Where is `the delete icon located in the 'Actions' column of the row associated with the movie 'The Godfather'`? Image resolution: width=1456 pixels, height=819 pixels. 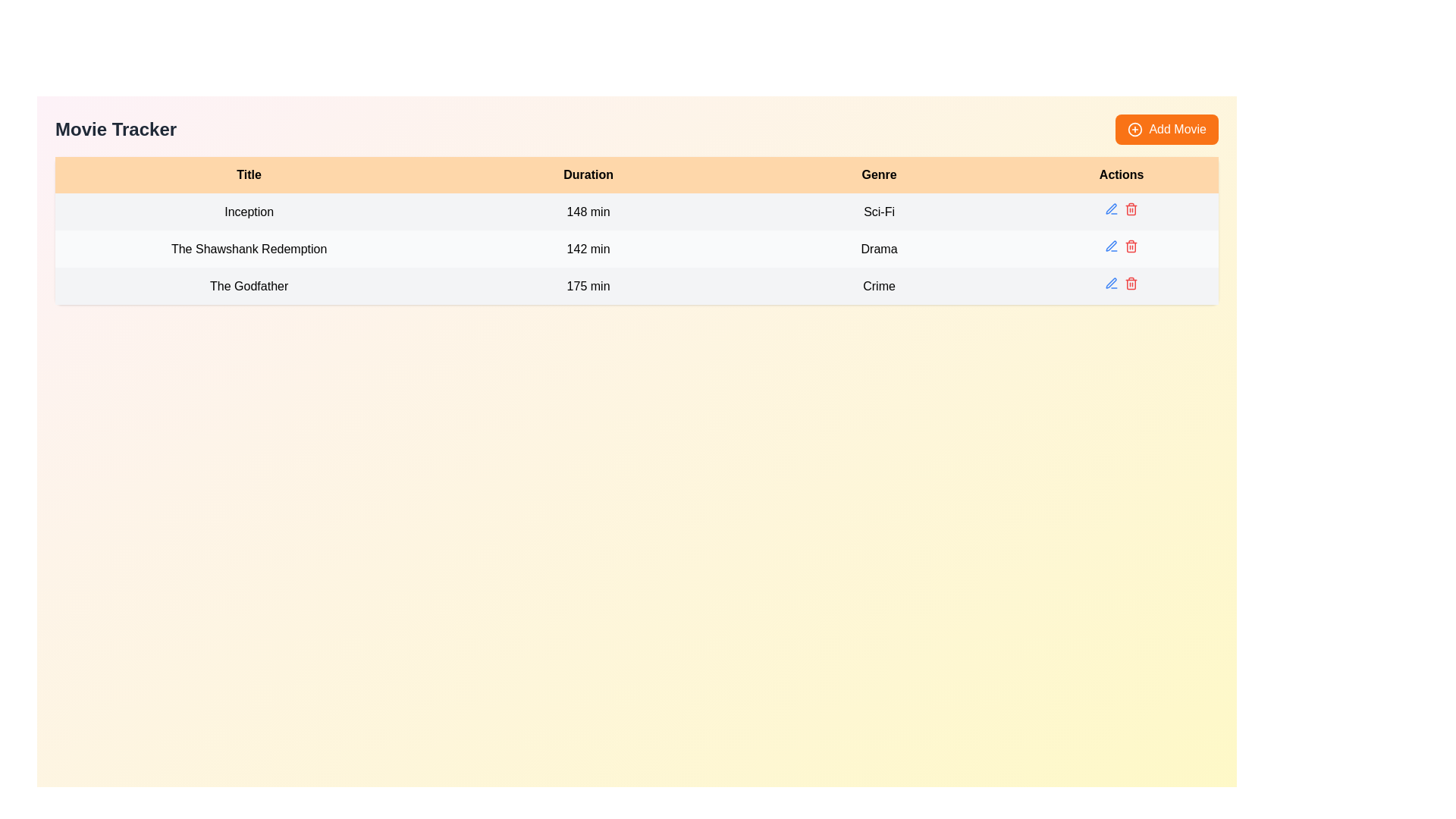 the delete icon located in the 'Actions' column of the row associated with the movie 'The Godfather' is located at coordinates (1122, 286).